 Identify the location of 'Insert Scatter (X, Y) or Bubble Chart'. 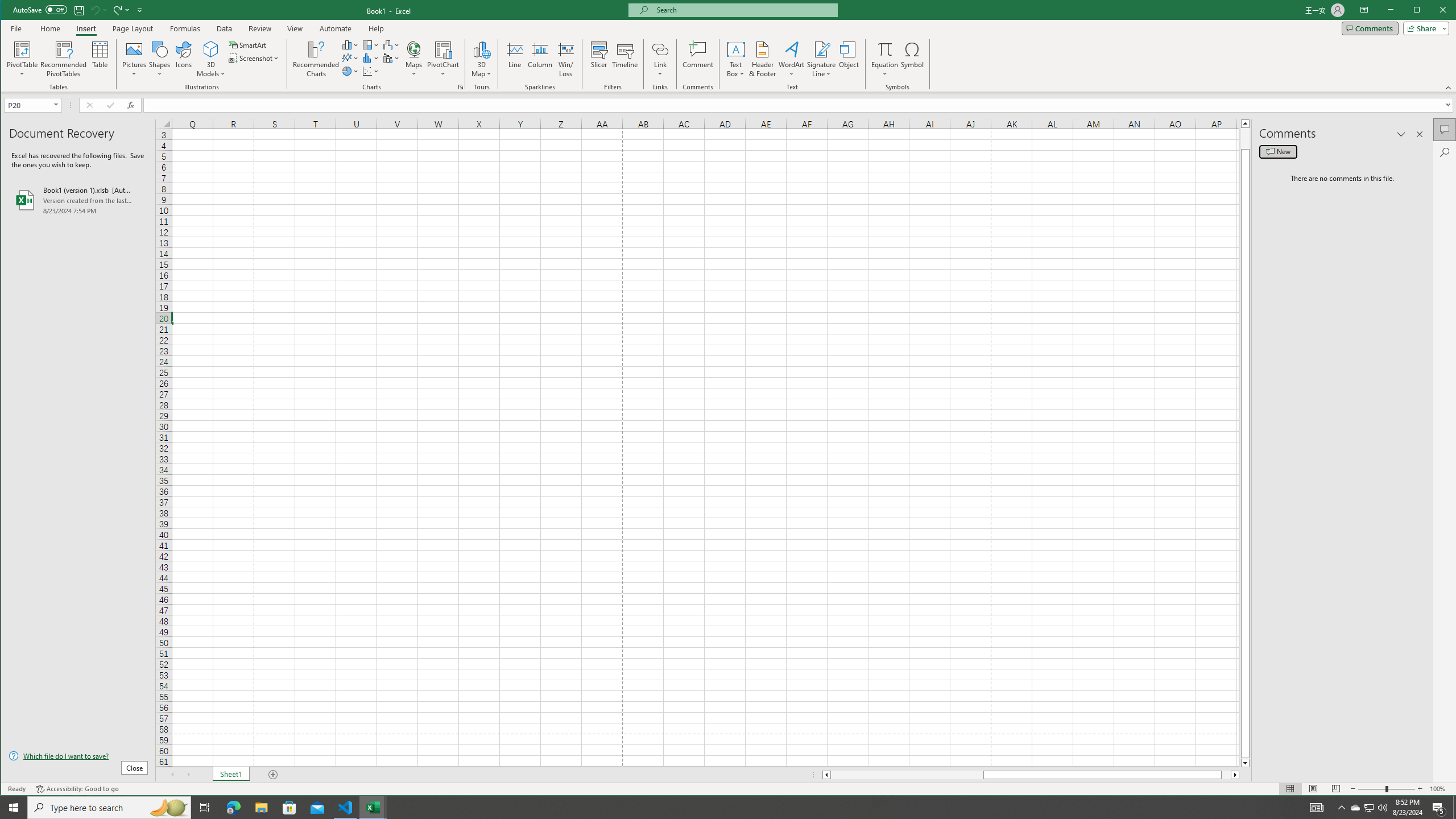
(371, 71).